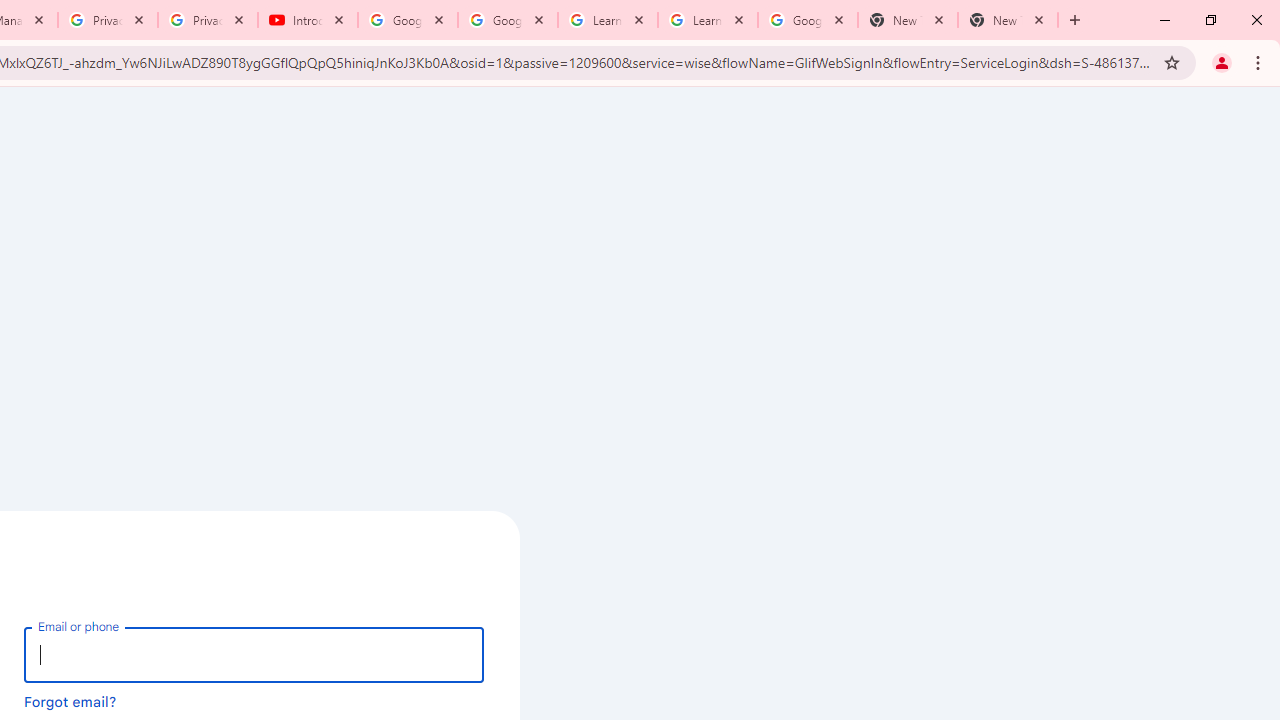 The height and width of the screenshot is (720, 1280). What do you see at coordinates (253, 654) in the screenshot?
I see `'Email or phone'` at bounding box center [253, 654].